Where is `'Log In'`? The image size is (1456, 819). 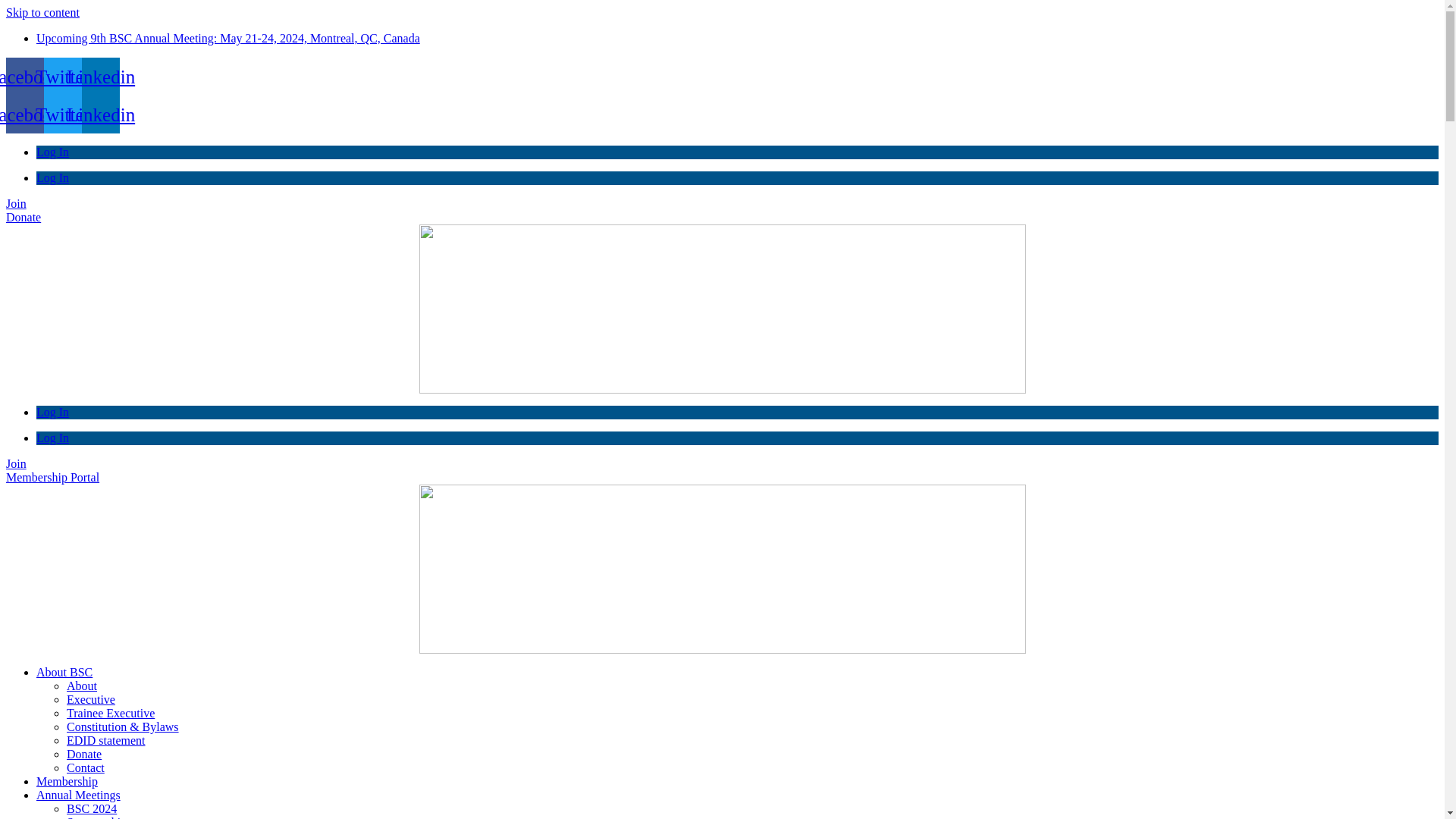 'Log In' is located at coordinates (36, 412).